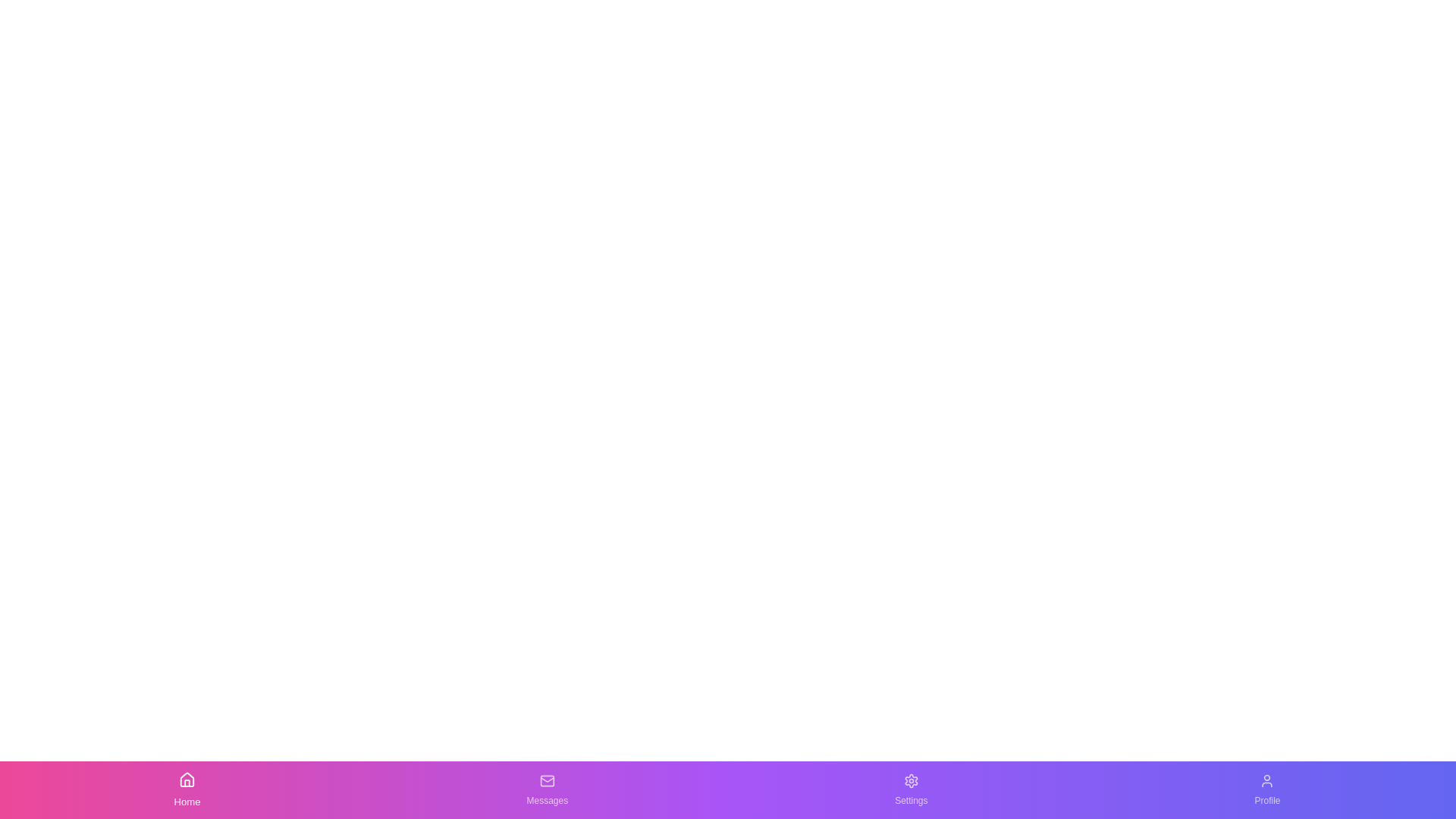 The image size is (1456, 819). Describe the element at coordinates (910, 789) in the screenshot. I see `the Settings button in the bottom navigation bar` at that location.